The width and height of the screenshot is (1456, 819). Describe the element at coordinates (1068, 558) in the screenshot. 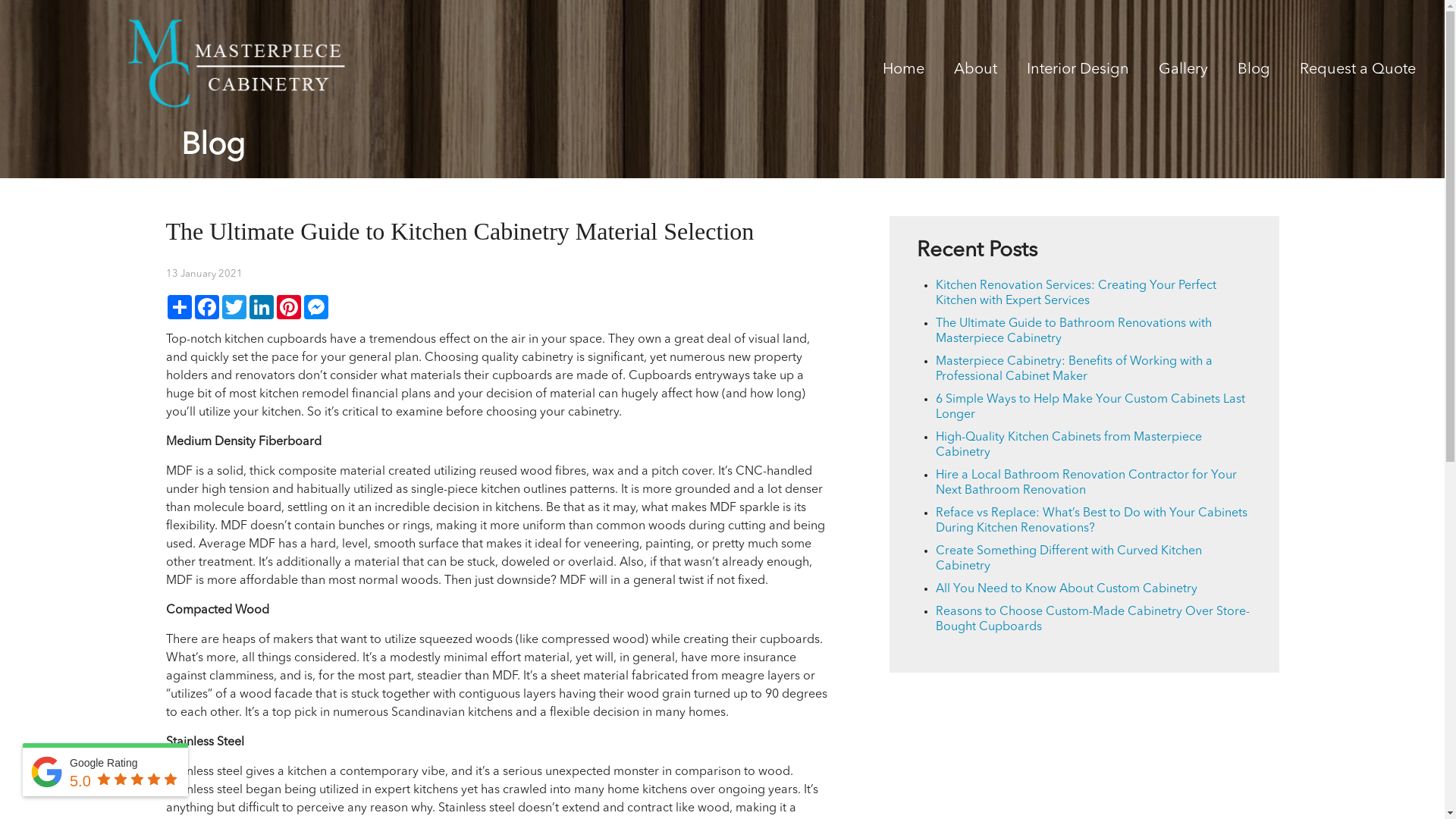

I see `'Create Something Different with Curved Kitchen Cabinetry'` at that location.